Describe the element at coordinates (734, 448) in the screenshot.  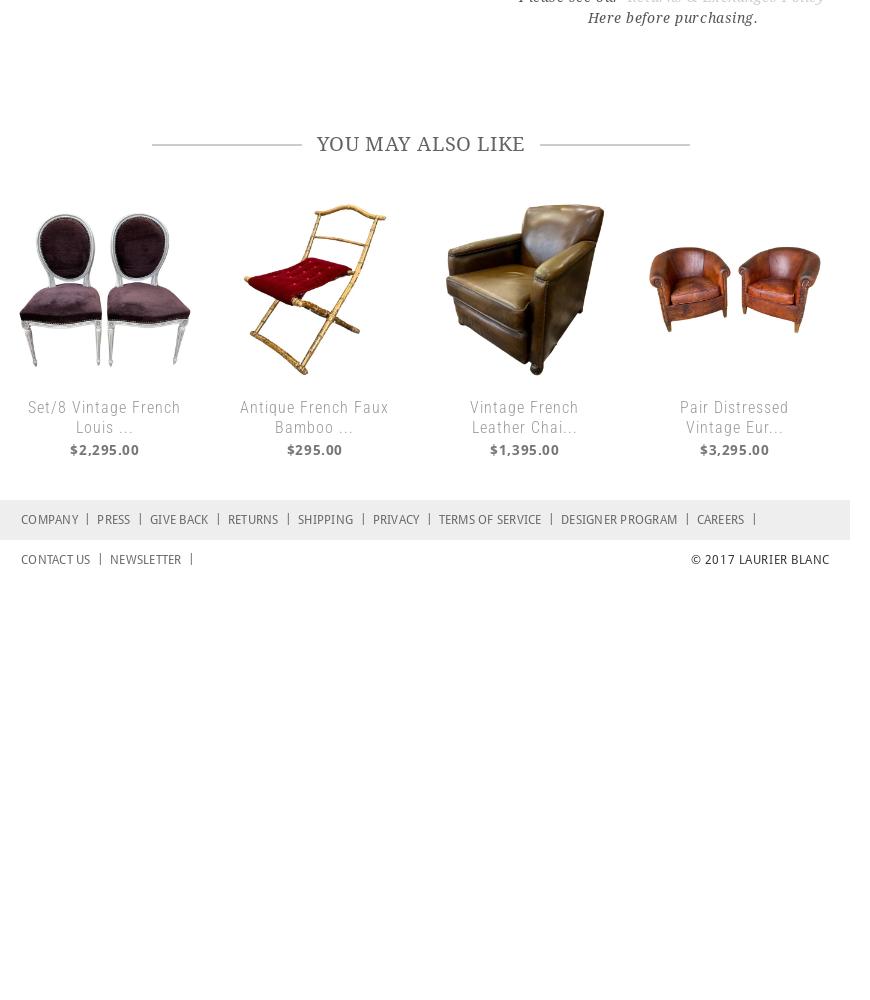
I see `'$3,295.00'` at that location.